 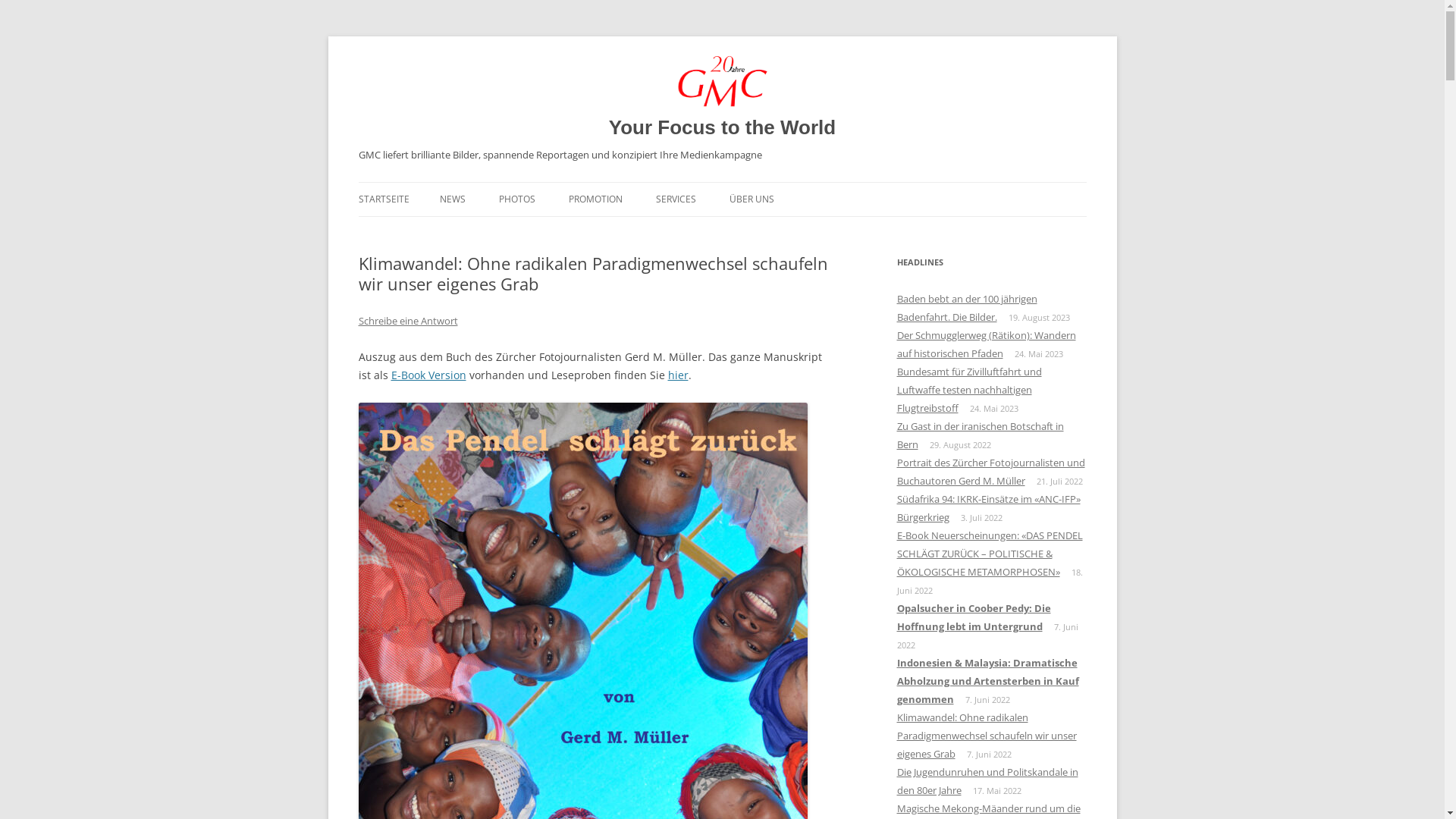 What do you see at coordinates (428, 375) in the screenshot?
I see `'E-Book Version'` at bounding box center [428, 375].